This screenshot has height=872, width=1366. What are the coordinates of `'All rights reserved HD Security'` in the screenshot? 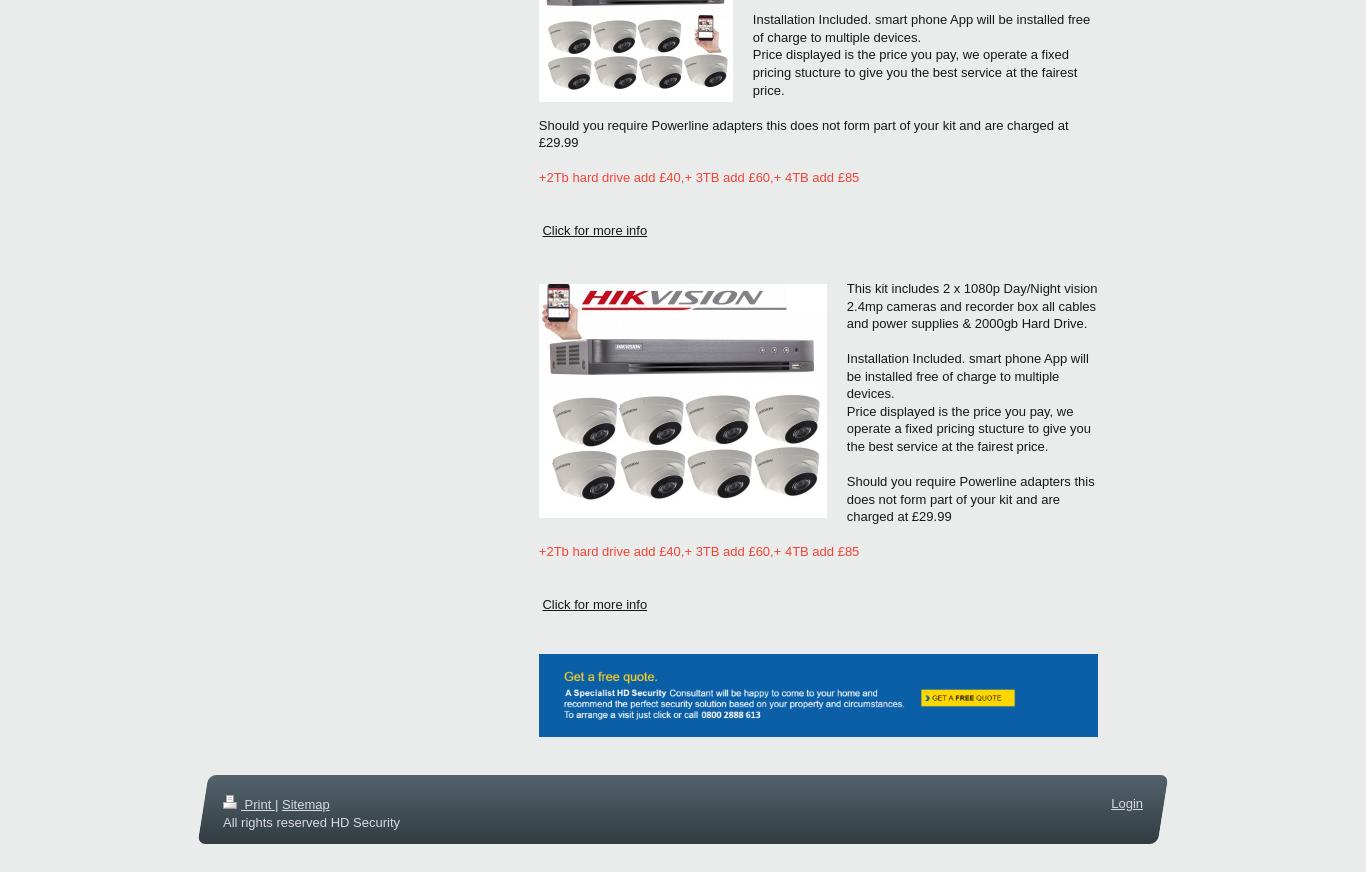 It's located at (311, 821).